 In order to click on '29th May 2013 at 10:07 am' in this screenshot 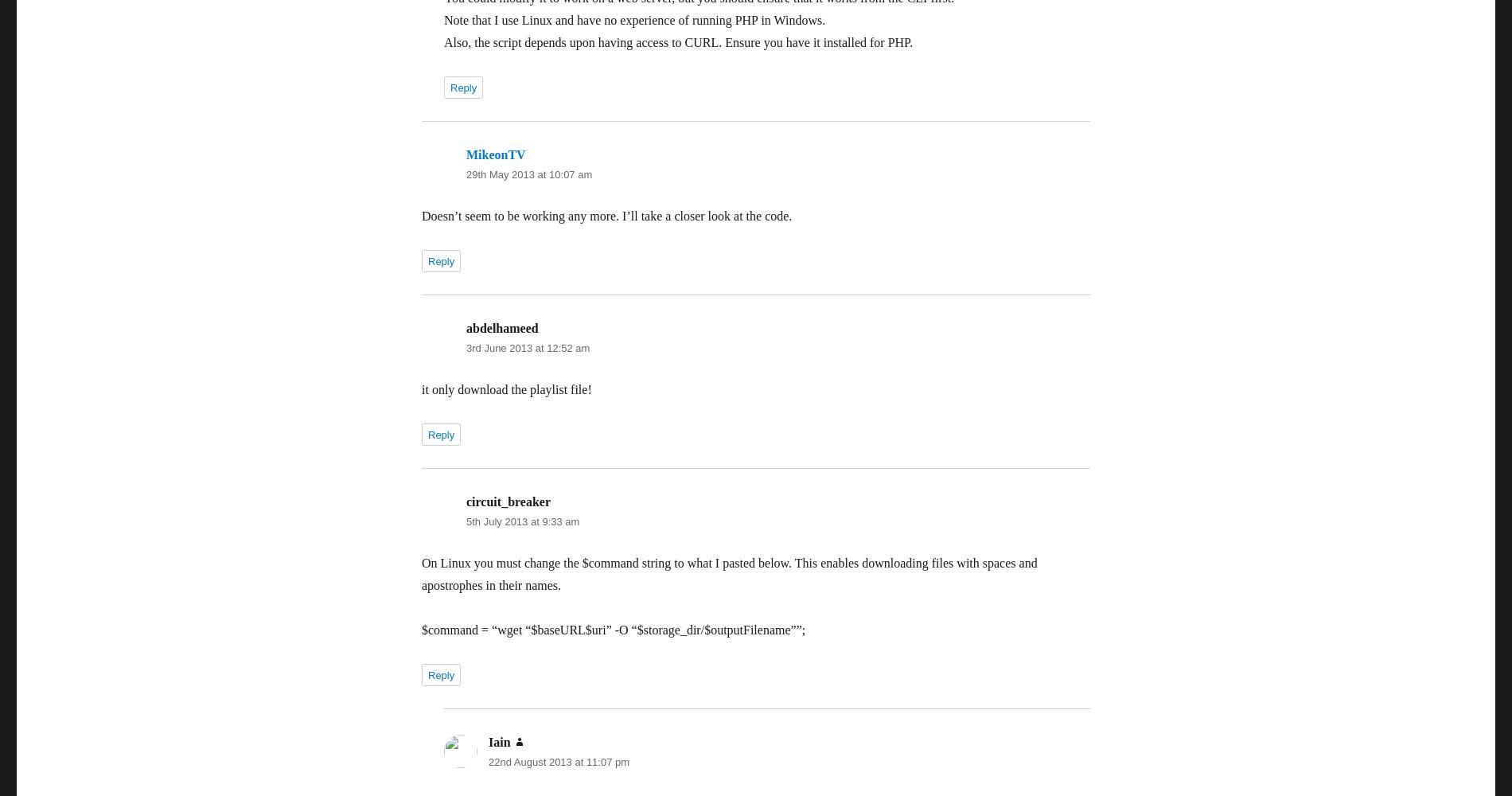, I will do `click(529, 174)`.